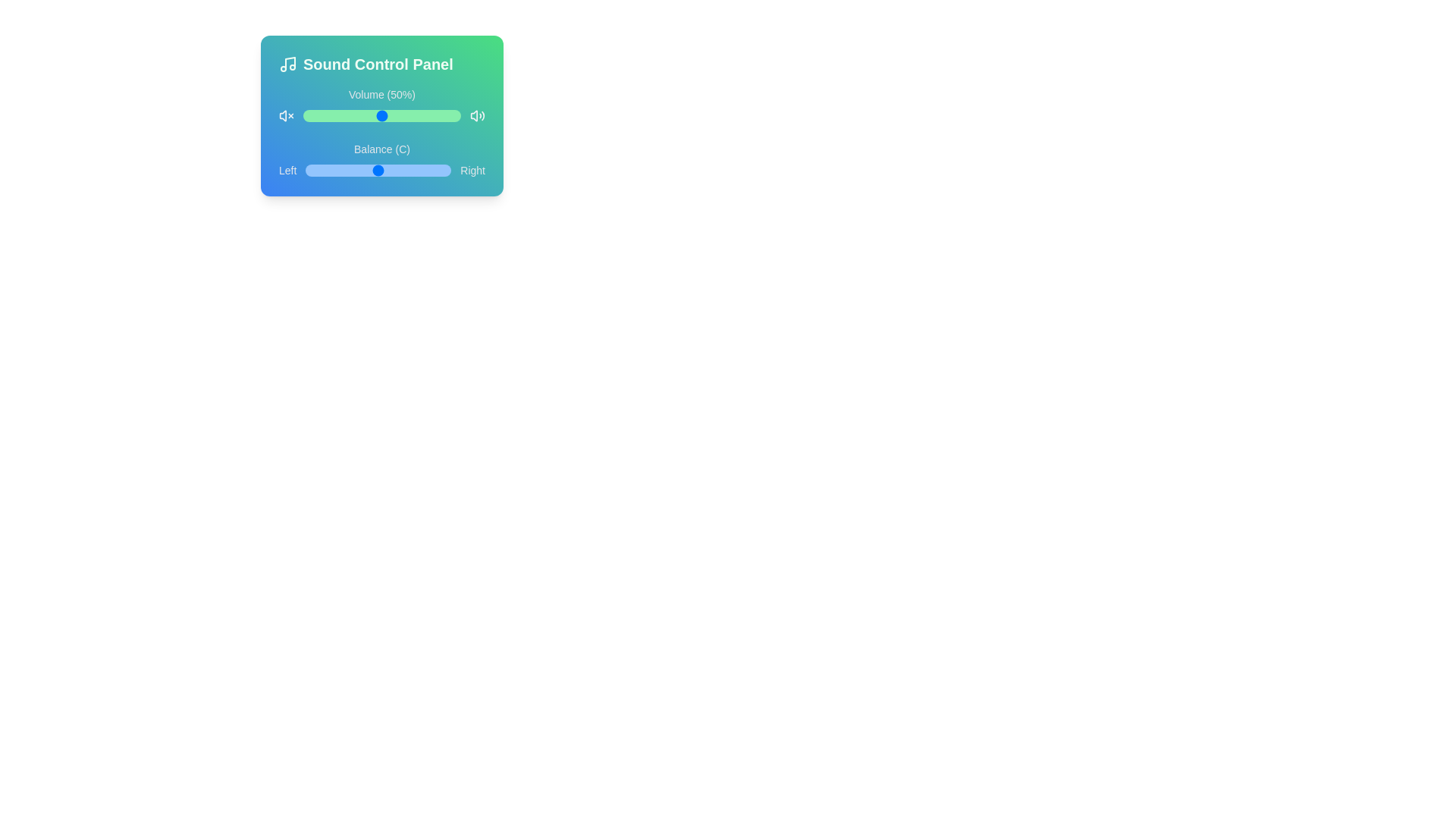  I want to click on the sound volume SVG icon located at the far right of the sound control panel, so click(476, 115).